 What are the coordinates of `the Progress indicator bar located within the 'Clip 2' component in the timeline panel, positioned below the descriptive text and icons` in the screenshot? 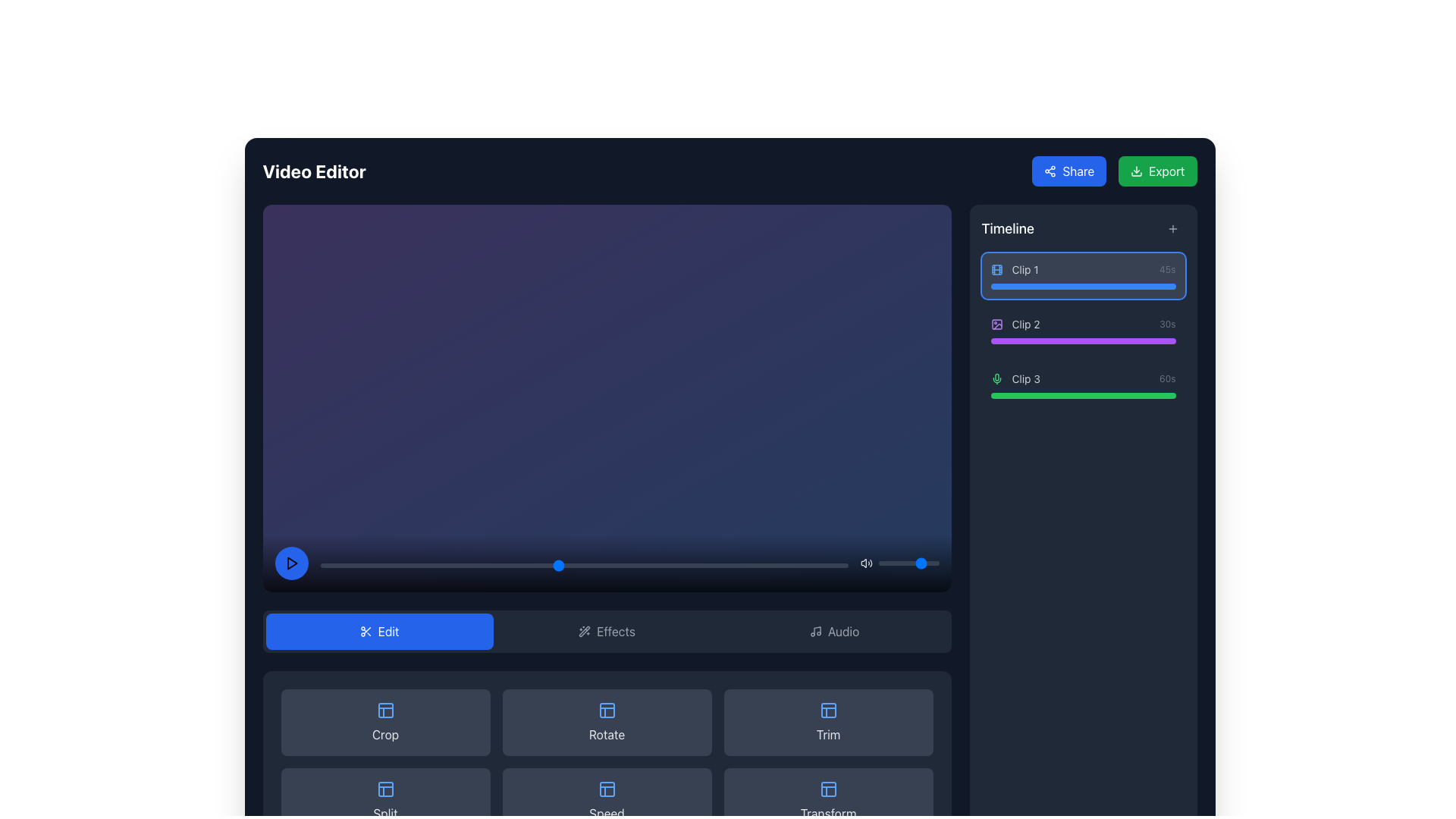 It's located at (1082, 341).